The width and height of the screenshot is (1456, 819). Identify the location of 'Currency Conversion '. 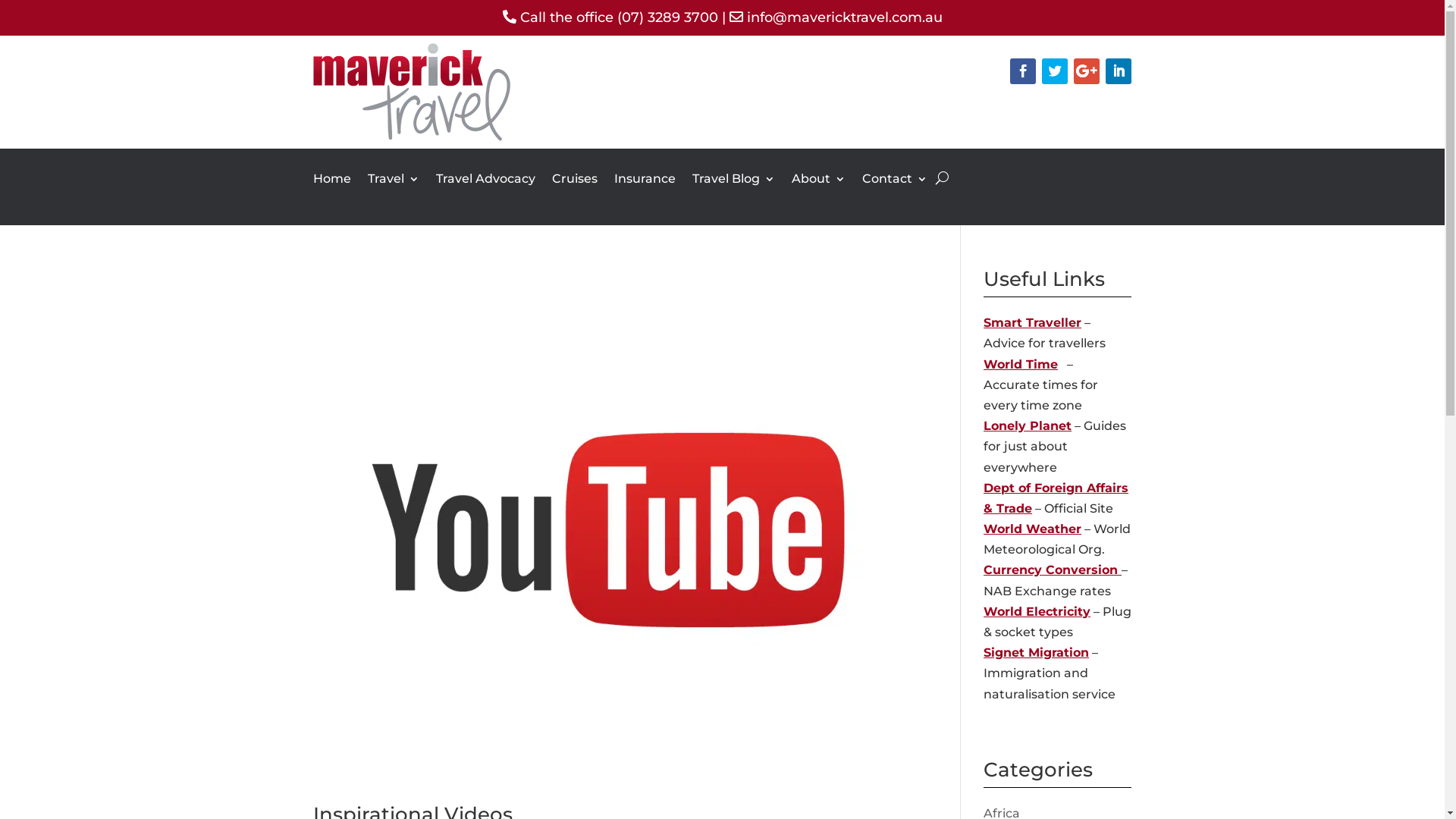
(1051, 570).